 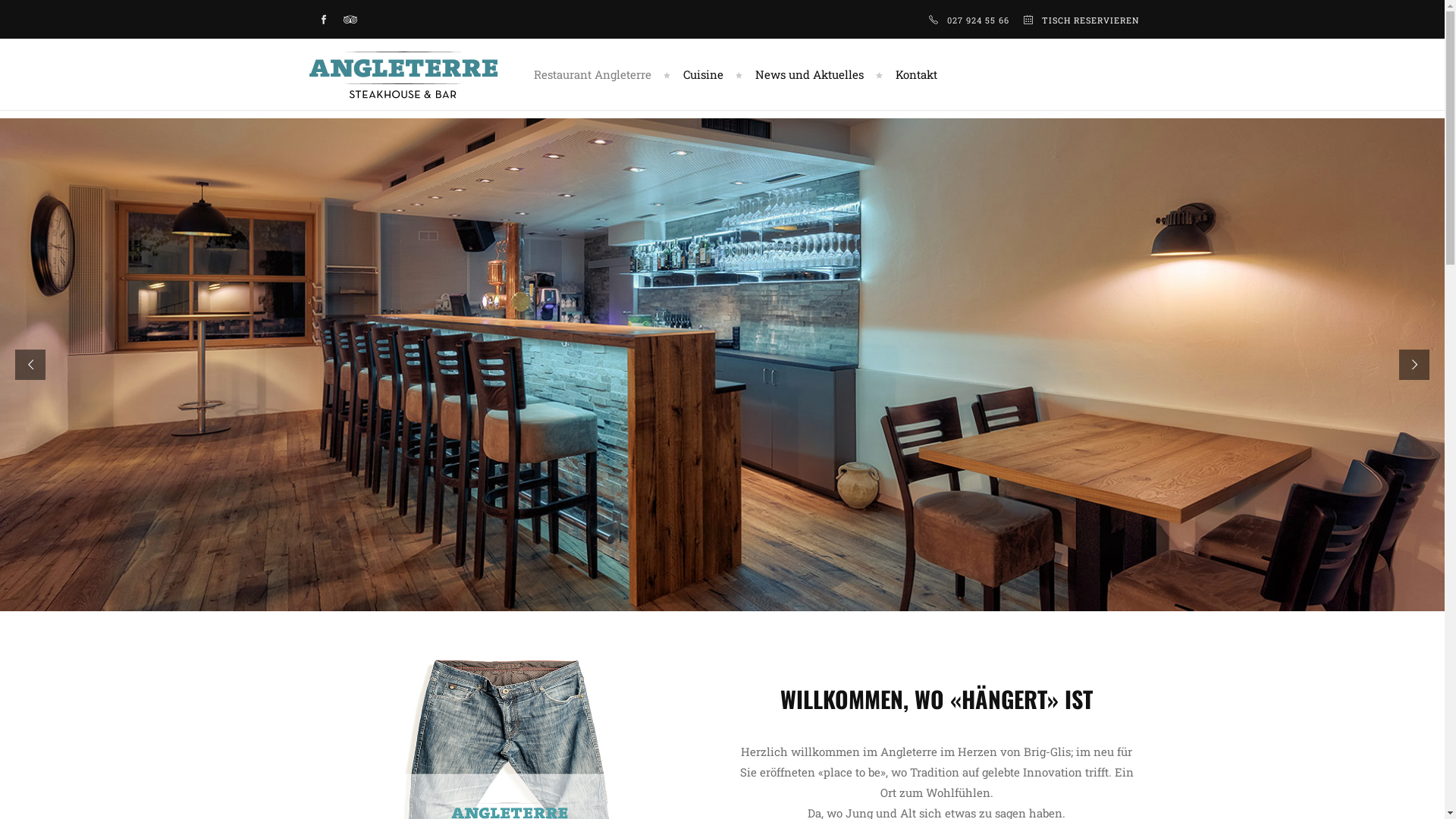 What do you see at coordinates (705, 74) in the screenshot?
I see `'Cuisine'` at bounding box center [705, 74].